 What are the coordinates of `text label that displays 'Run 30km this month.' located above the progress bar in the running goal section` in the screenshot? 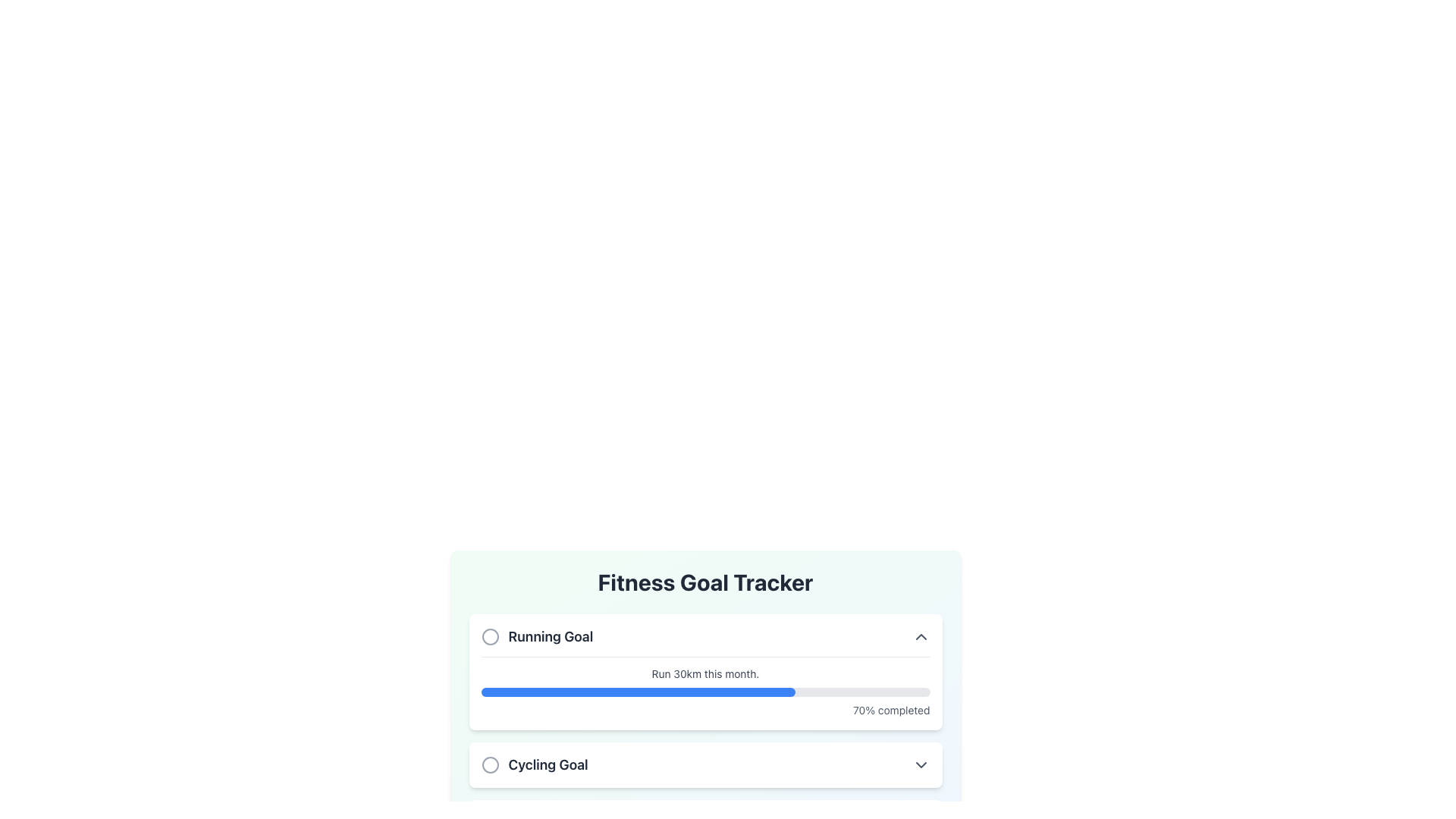 It's located at (704, 673).